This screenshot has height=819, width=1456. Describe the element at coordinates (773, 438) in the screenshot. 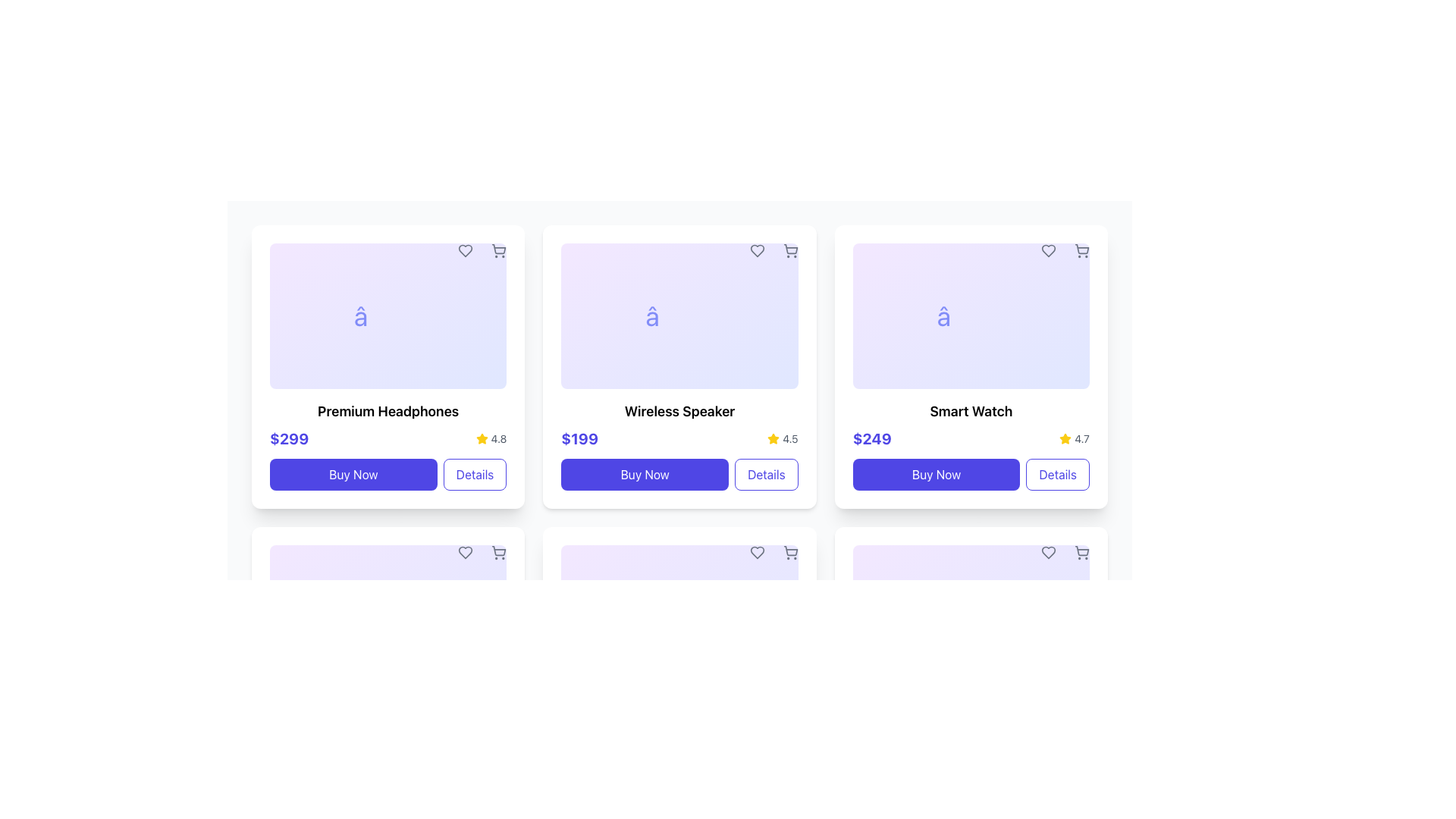

I see `the yellow-filled star icon in the second product card titled 'Wireless Speaker', which is located to the left of the rating text '4.5'` at that location.